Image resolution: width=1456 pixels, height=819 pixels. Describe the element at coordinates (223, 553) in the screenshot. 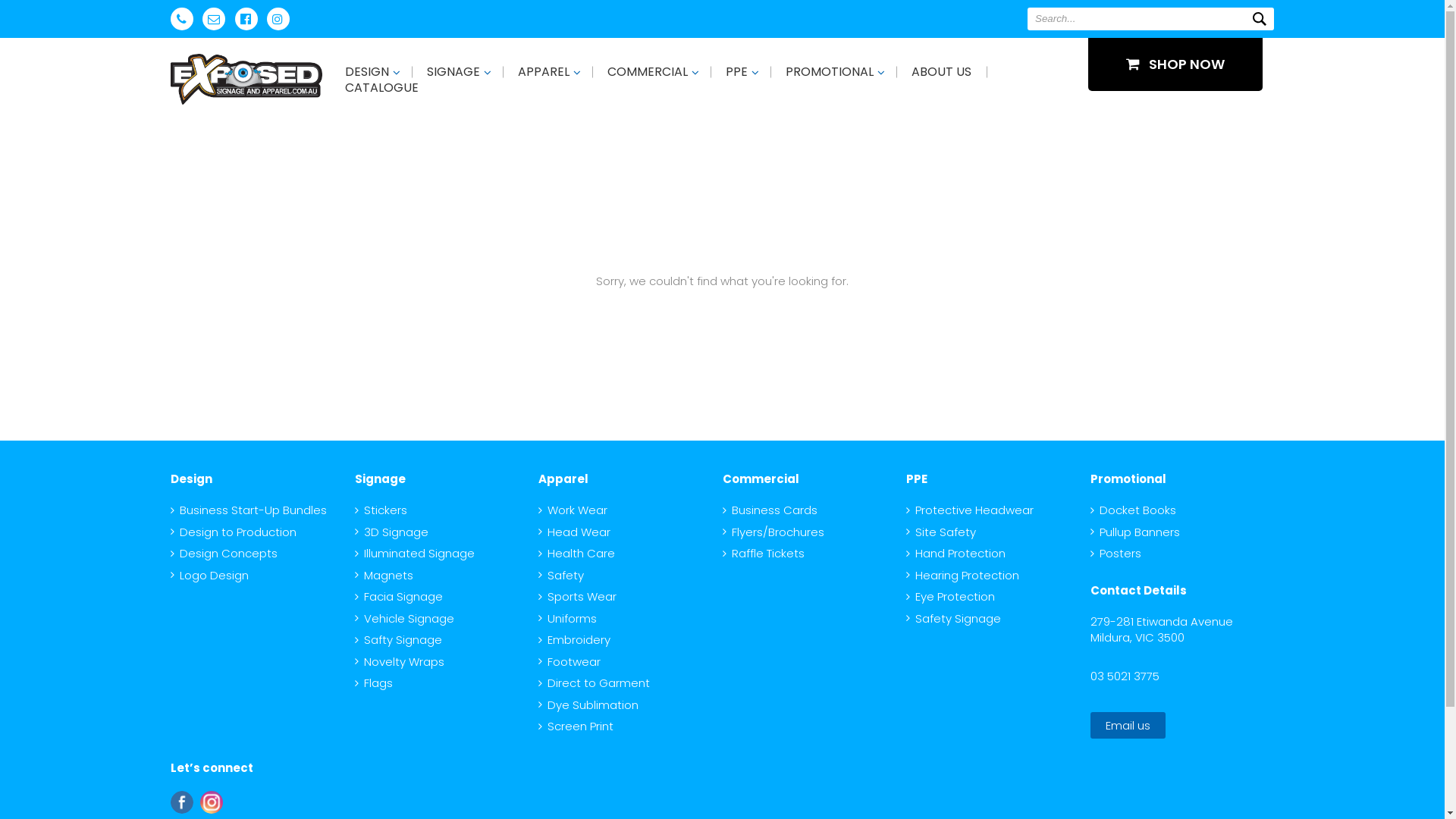

I see `'Design Concepts'` at that location.